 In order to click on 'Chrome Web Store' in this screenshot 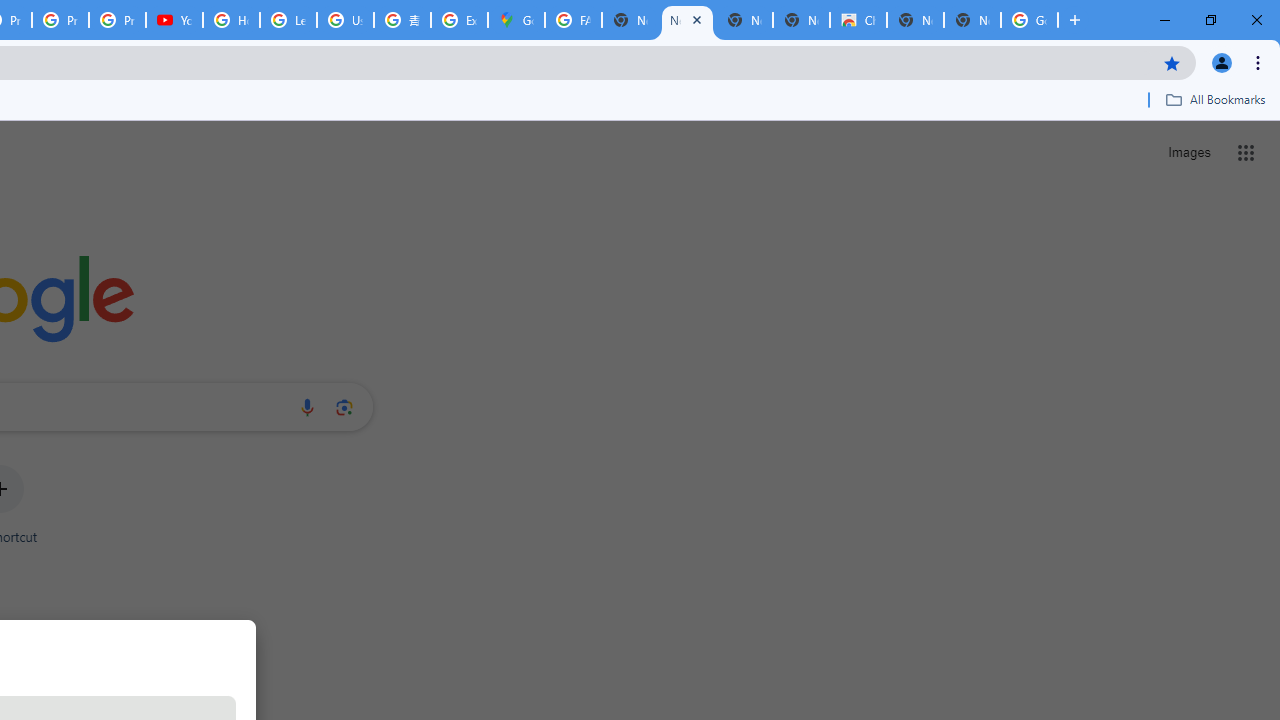, I will do `click(858, 20)`.